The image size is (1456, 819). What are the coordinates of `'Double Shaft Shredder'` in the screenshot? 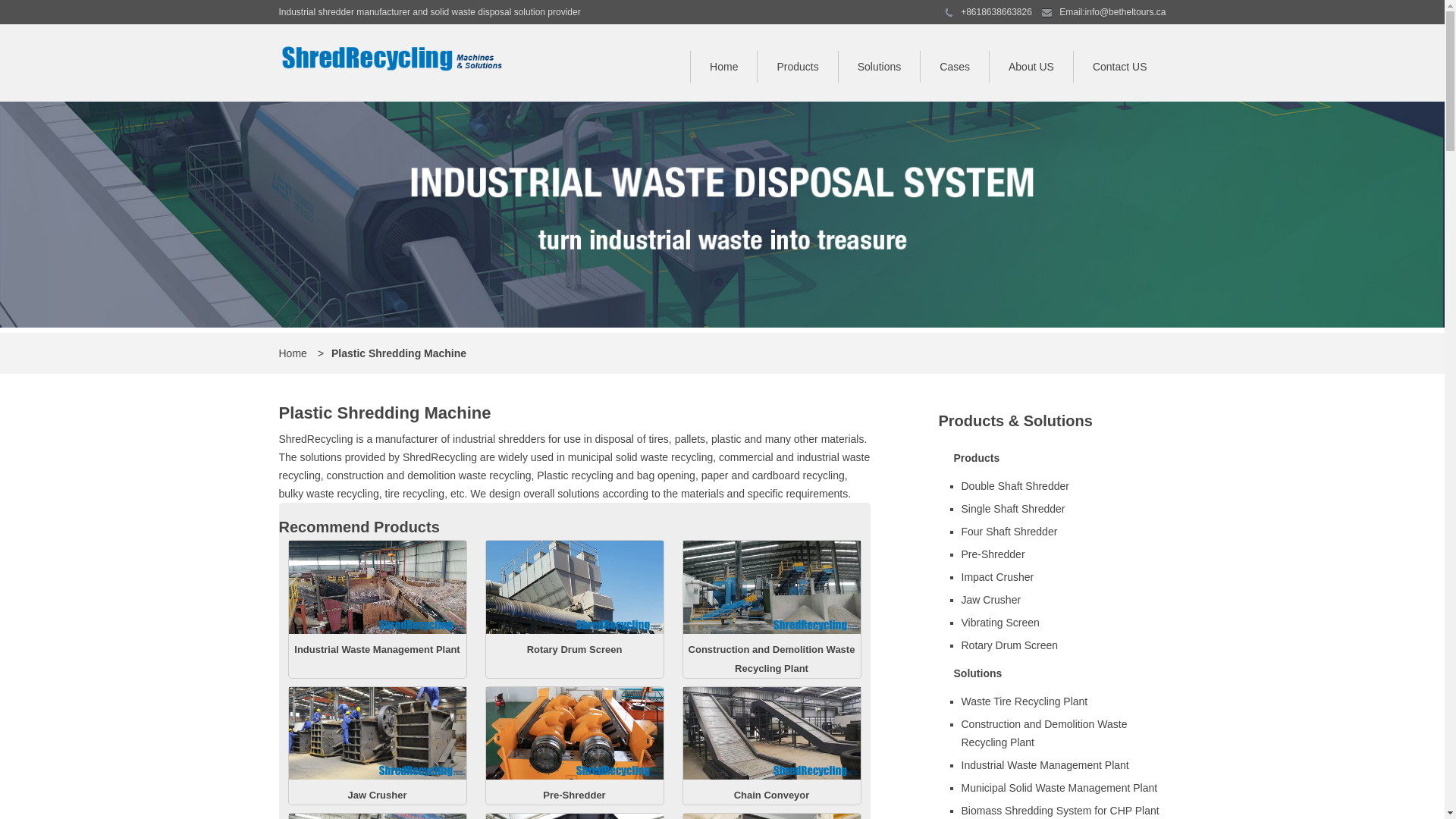 It's located at (1061, 485).